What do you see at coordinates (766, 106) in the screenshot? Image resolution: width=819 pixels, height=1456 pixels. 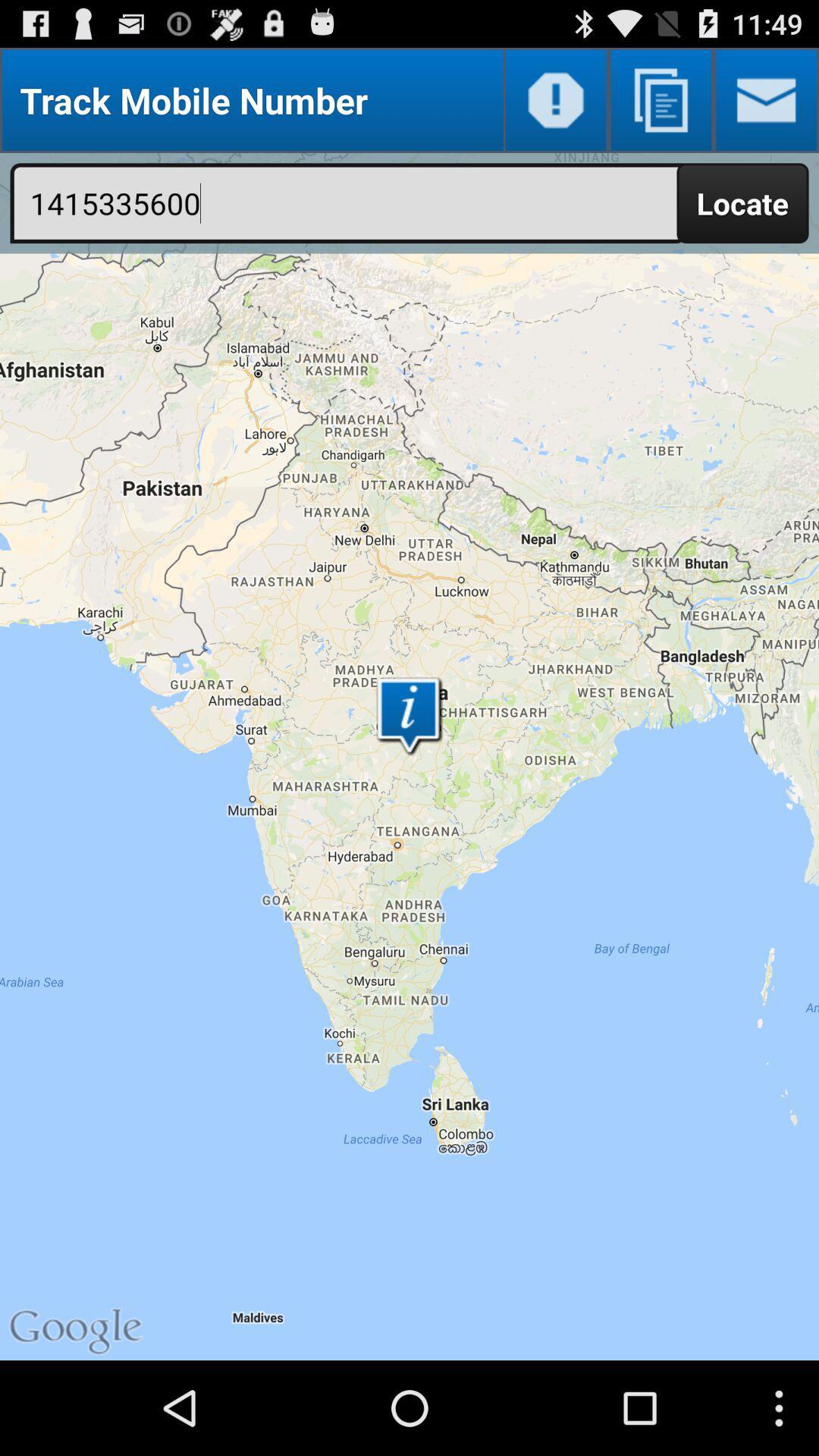 I see `the email icon` at bounding box center [766, 106].